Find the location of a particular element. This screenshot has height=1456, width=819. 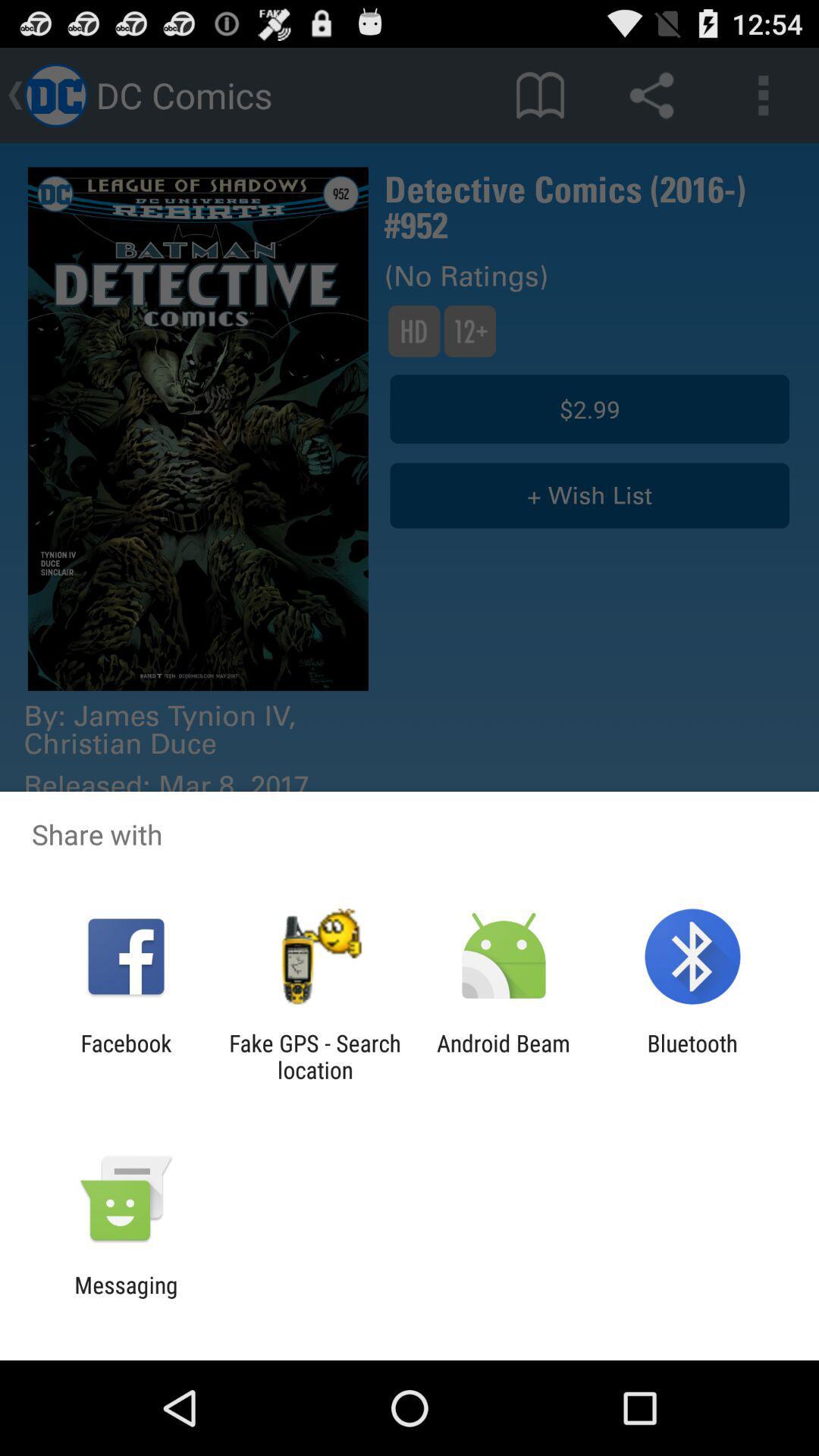

facebook item is located at coordinates (125, 1056).